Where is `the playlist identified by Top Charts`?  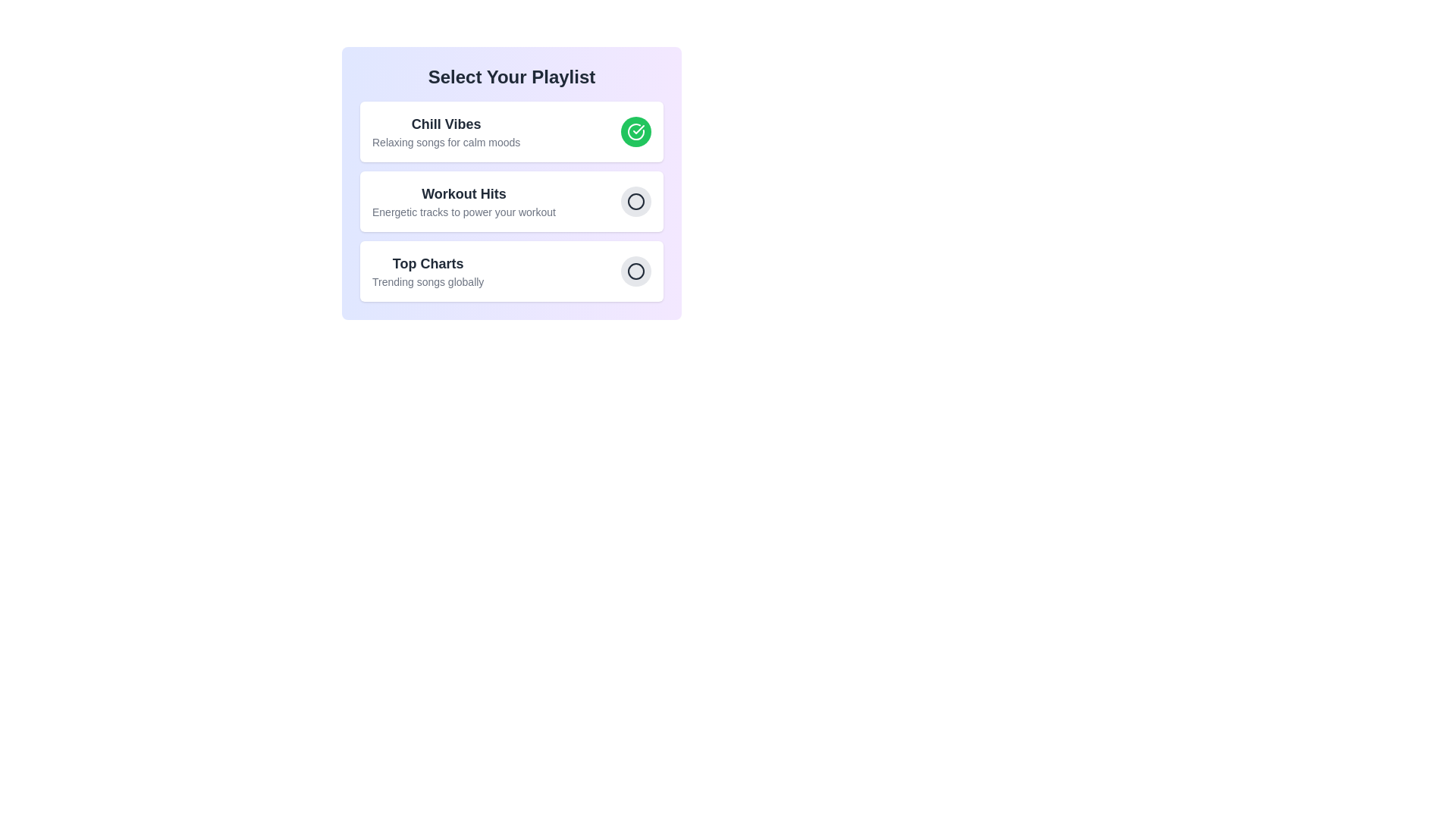
the playlist identified by Top Charts is located at coordinates (636, 271).